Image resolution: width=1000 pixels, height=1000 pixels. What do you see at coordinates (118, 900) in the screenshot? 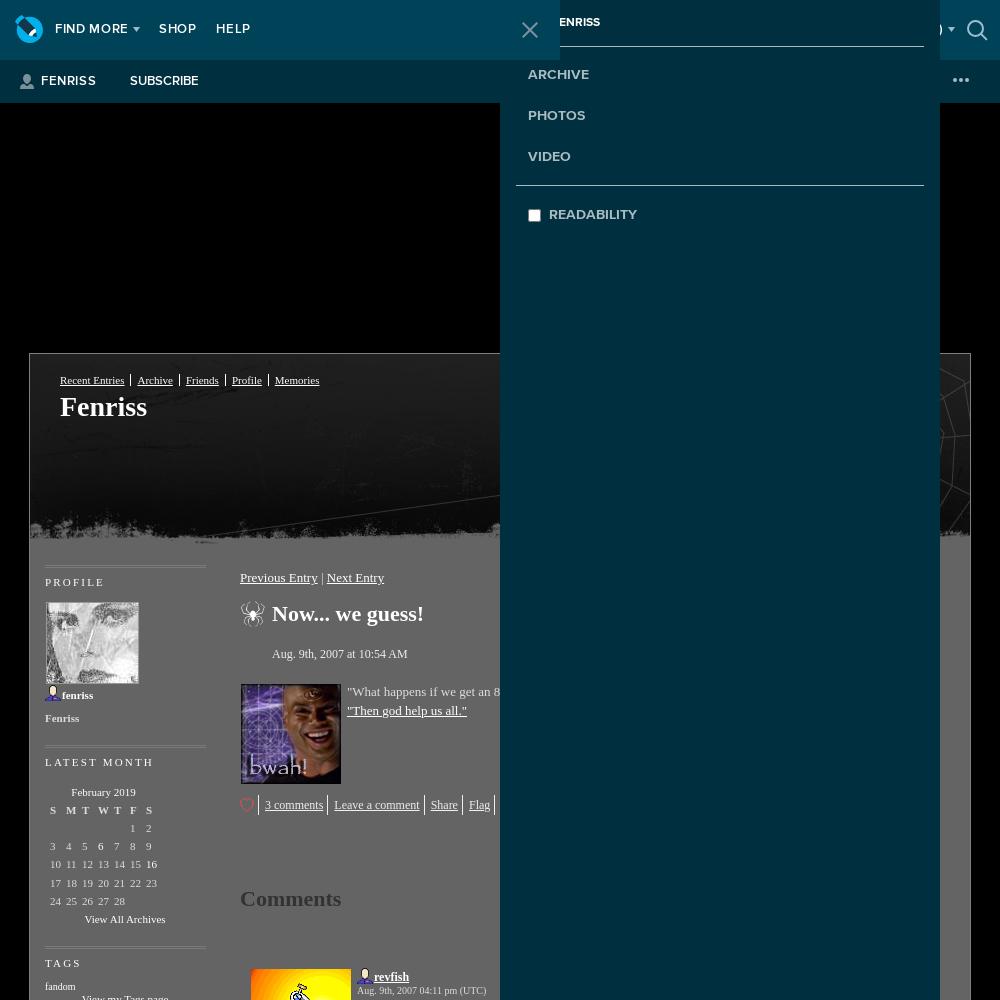
I see `'28'` at bounding box center [118, 900].